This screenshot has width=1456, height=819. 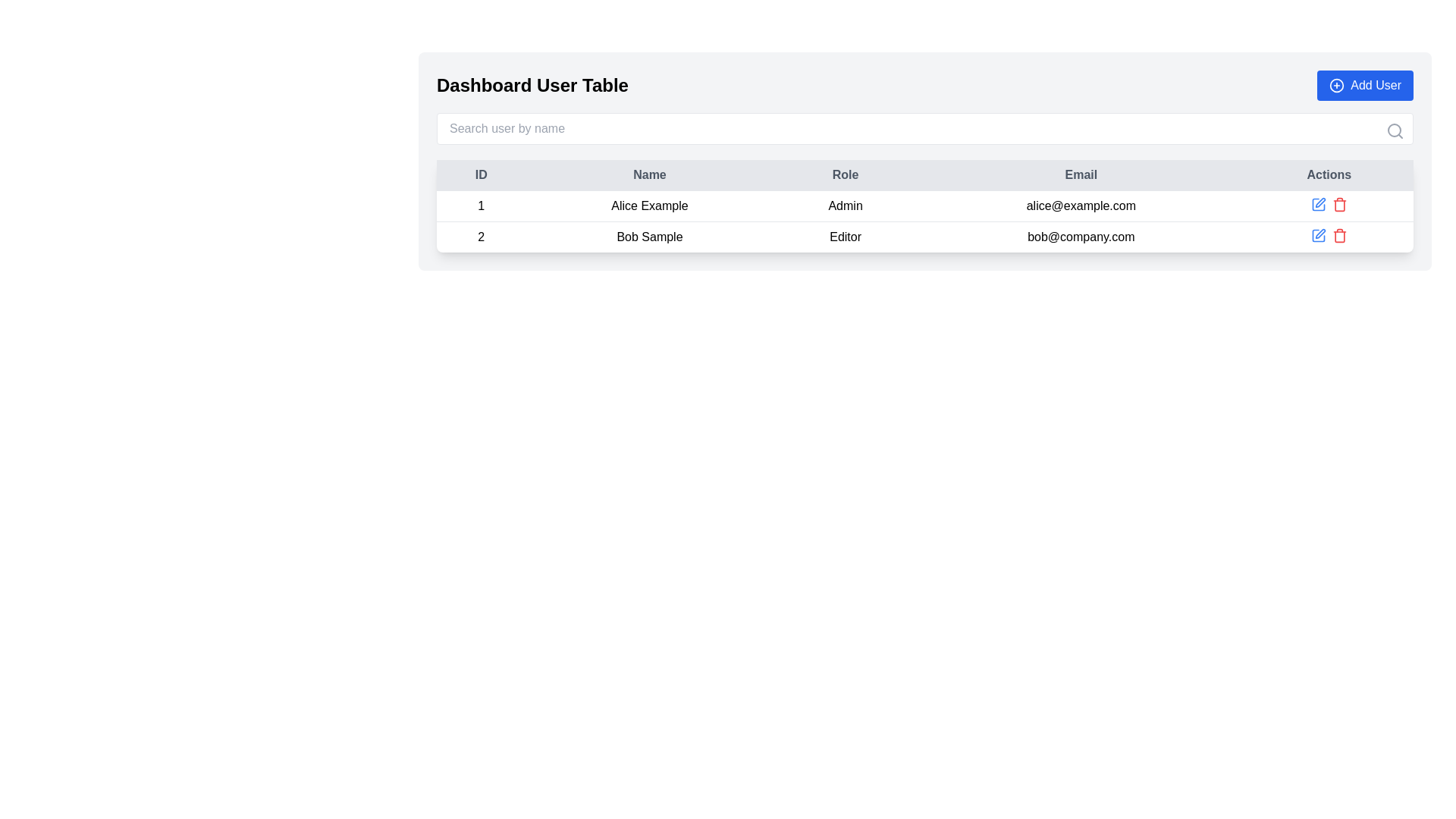 What do you see at coordinates (1328, 174) in the screenshot?
I see `the text label displaying 'Actions' at the top of the column in the table header, which has a grey background and is aligned with other column headers` at bounding box center [1328, 174].